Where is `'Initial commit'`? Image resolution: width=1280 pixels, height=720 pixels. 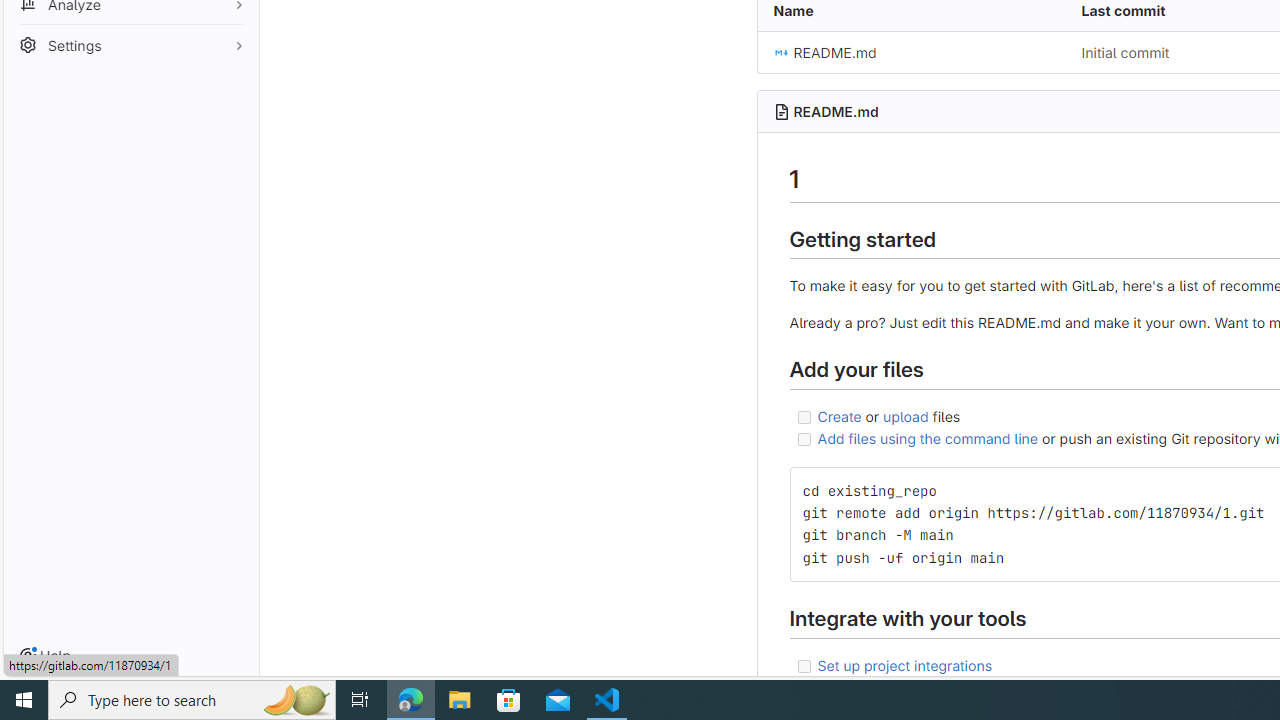
'Initial commit' is located at coordinates (1125, 51).